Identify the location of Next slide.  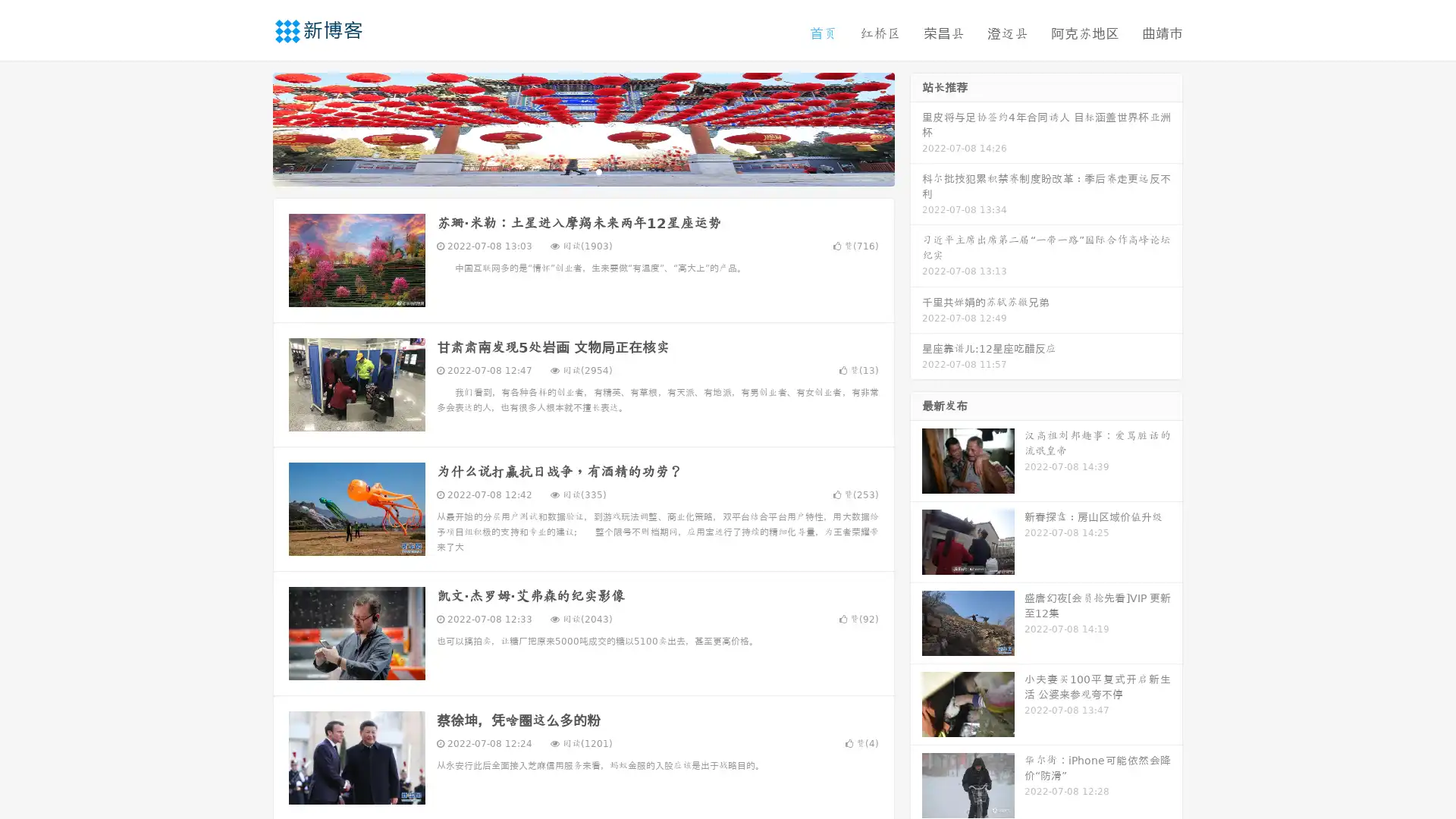
(916, 127).